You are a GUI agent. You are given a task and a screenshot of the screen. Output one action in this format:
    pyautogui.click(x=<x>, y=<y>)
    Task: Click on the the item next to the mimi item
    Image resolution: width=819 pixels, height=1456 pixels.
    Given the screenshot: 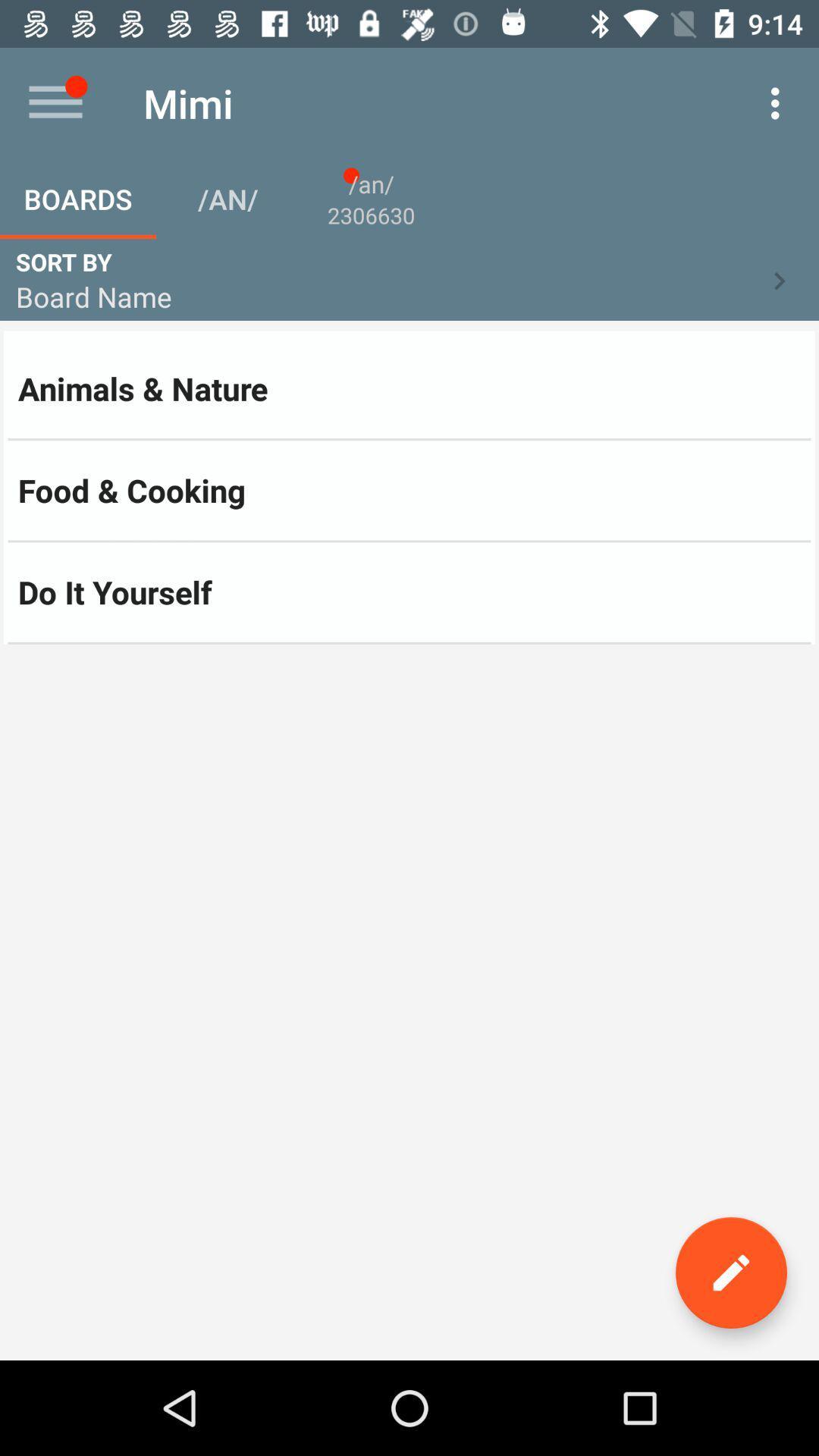 What is the action you would take?
    pyautogui.click(x=55, y=102)
    